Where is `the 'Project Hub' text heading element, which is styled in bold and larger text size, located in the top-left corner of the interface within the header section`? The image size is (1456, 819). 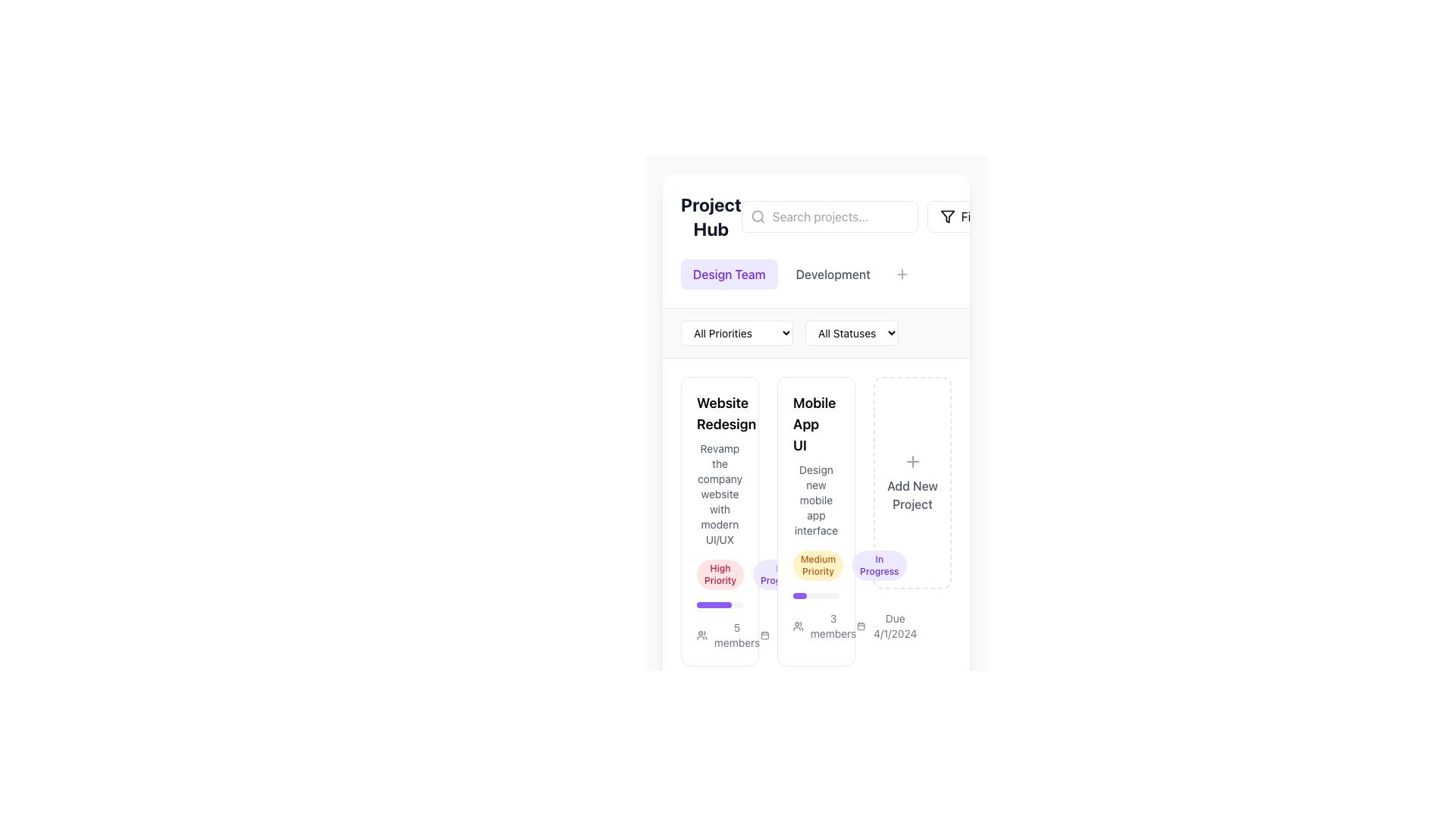
the 'Project Hub' text heading element, which is styled in bold and larger text size, located in the top-left corner of the interface within the header section is located at coordinates (710, 216).